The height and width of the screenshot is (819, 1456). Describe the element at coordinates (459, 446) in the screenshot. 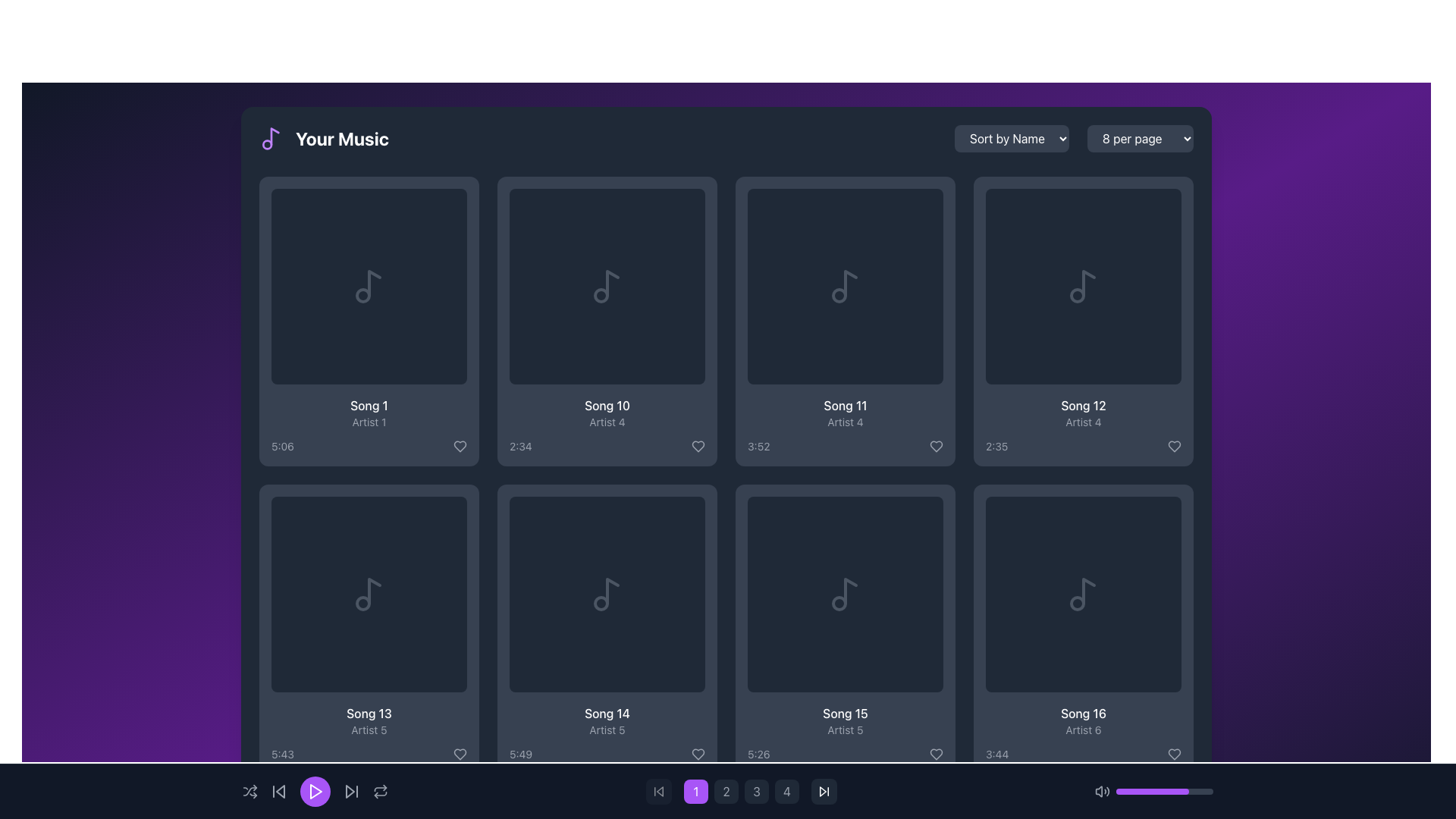

I see `the heart-shaped icon button in the bottom-right corner of the 'Song 1' tile` at that location.